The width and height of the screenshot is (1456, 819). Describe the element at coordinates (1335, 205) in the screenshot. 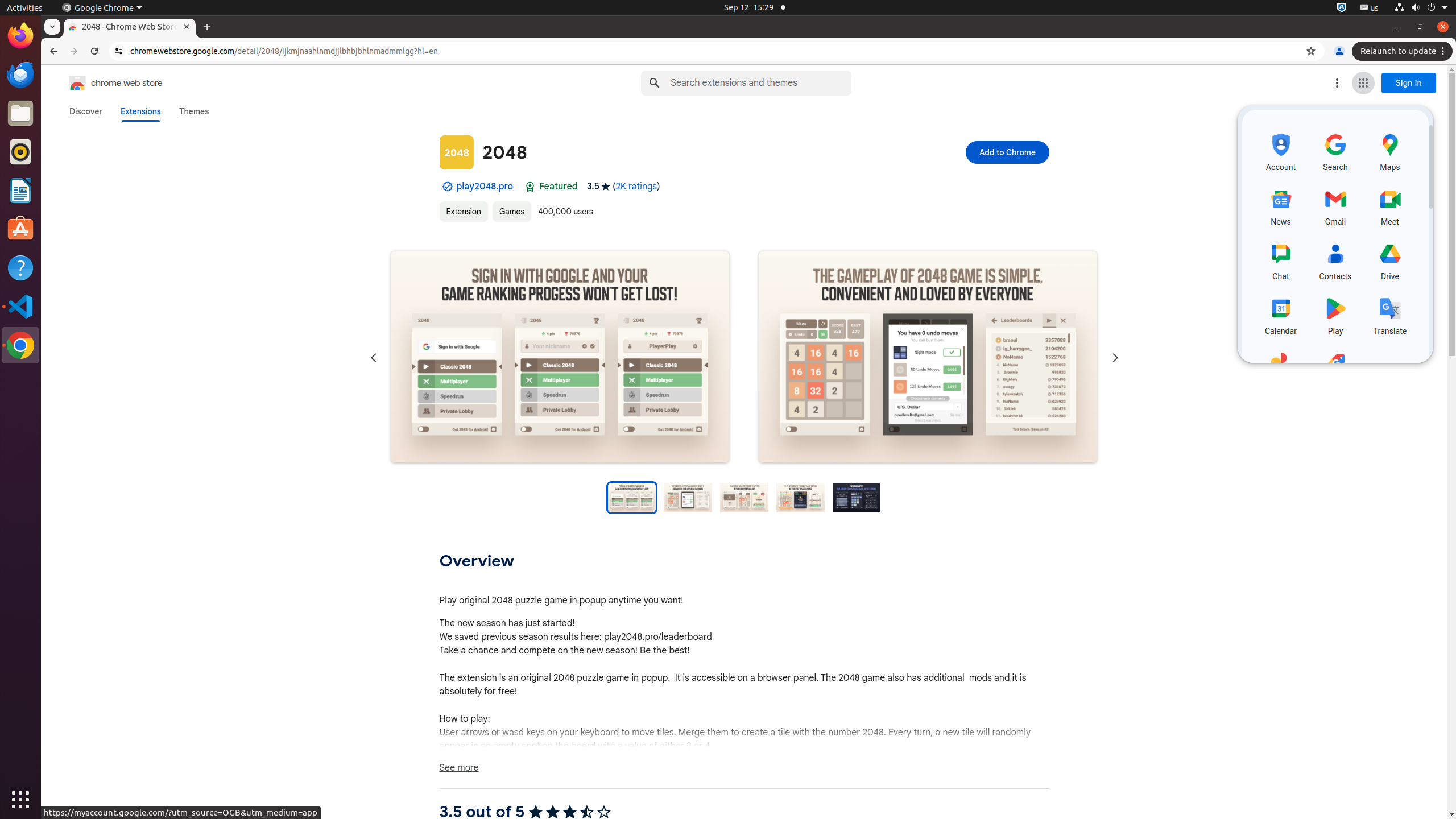

I see `'Gmail, row 2 of 5 and column 2 of 3 in the first section (opens a new tab)'` at that location.